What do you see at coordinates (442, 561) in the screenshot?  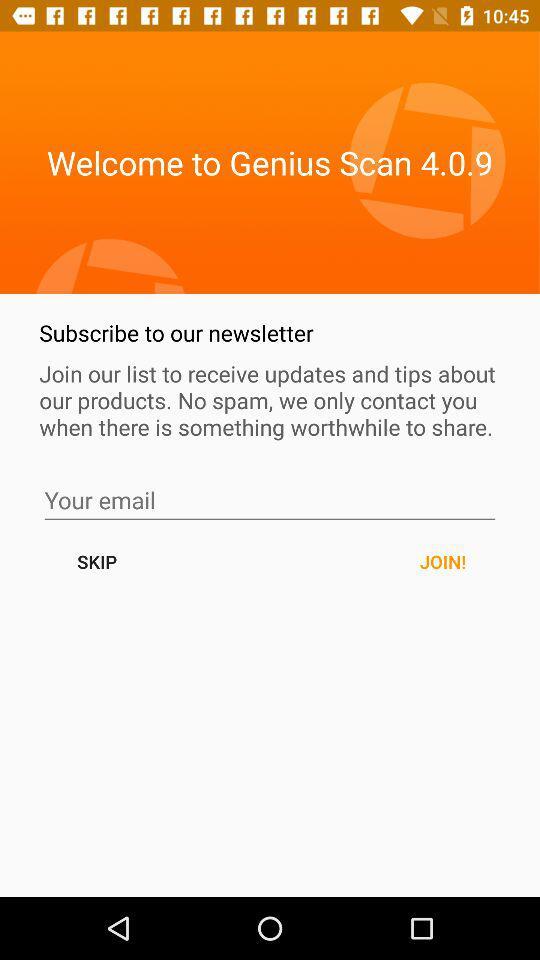 I see `the join! button` at bounding box center [442, 561].